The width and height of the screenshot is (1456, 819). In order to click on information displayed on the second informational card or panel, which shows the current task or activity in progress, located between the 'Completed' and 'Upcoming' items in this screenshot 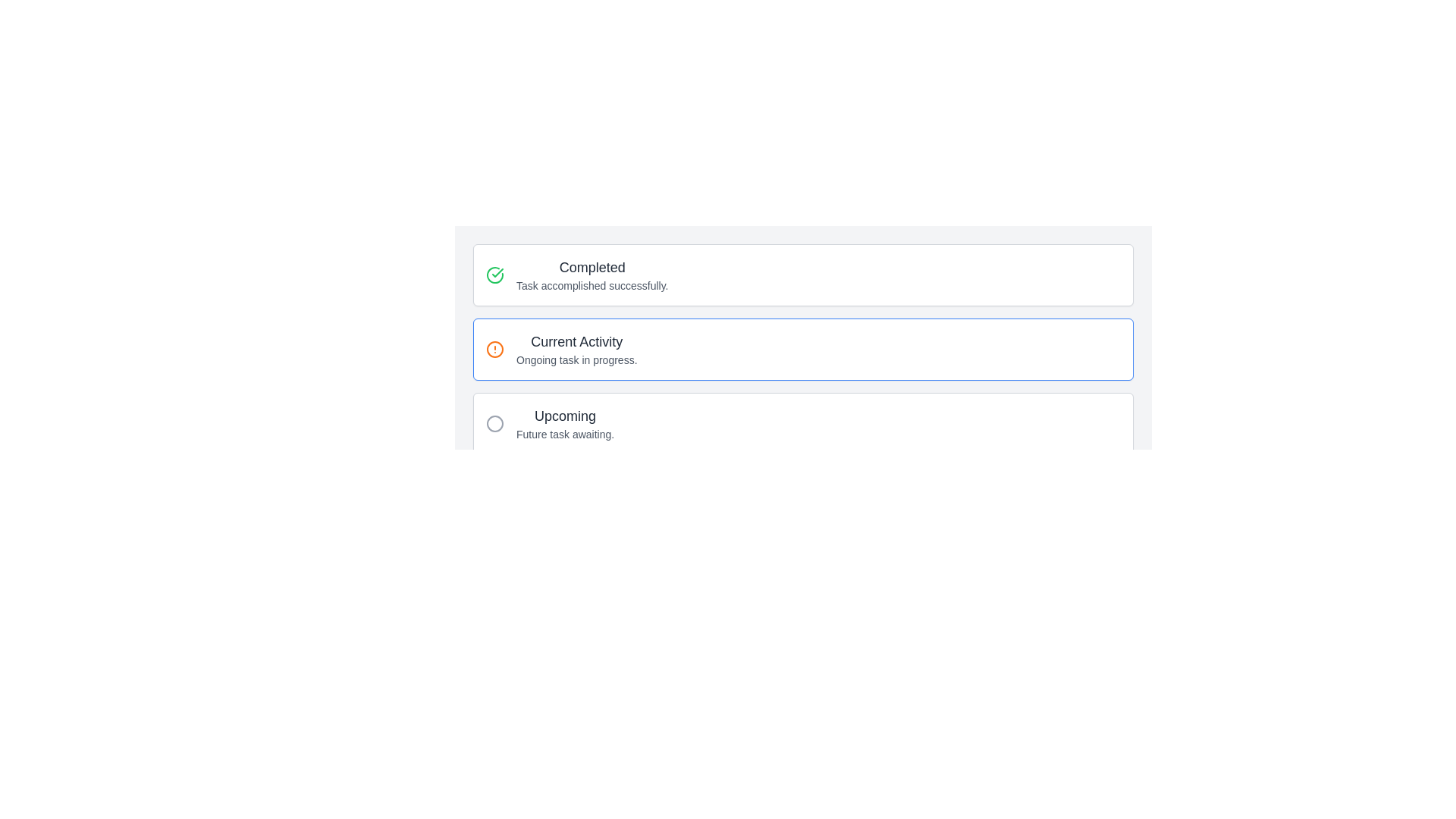, I will do `click(802, 350)`.